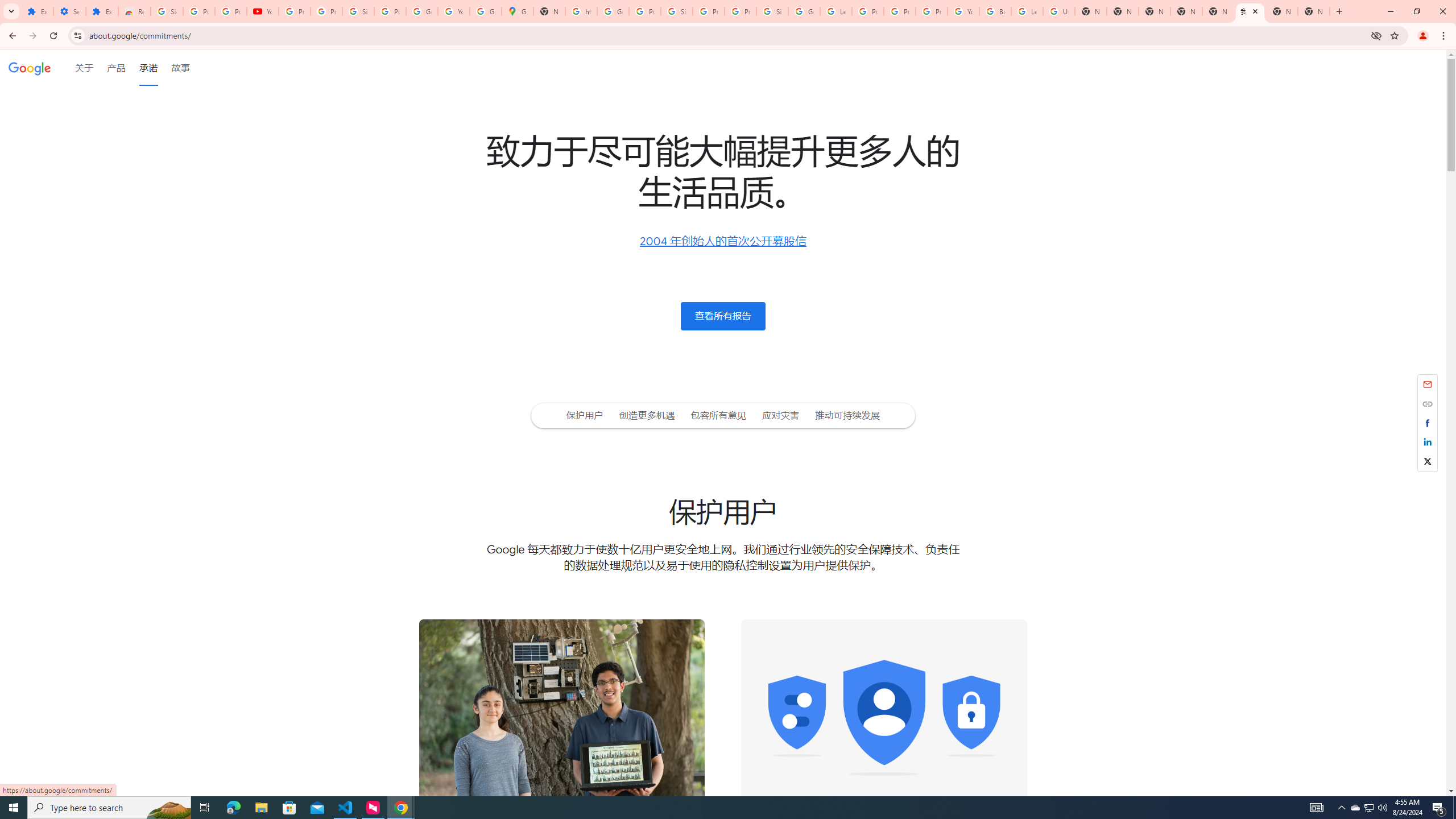 The height and width of the screenshot is (819, 1456). Describe the element at coordinates (676, 11) in the screenshot. I see `'Sign in - Google Accounts'` at that location.